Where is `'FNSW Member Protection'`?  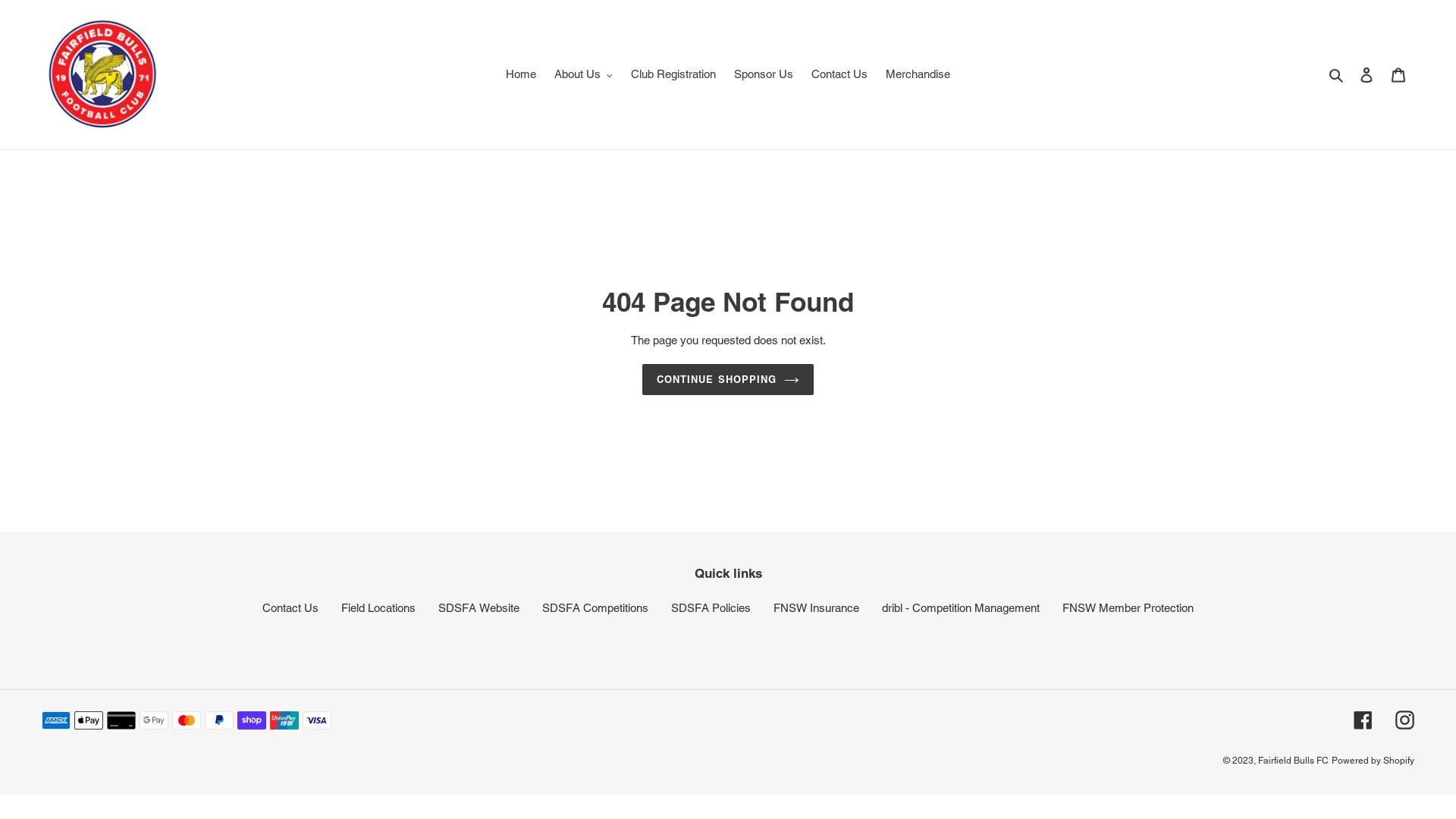 'FNSW Member Protection' is located at coordinates (1128, 607).